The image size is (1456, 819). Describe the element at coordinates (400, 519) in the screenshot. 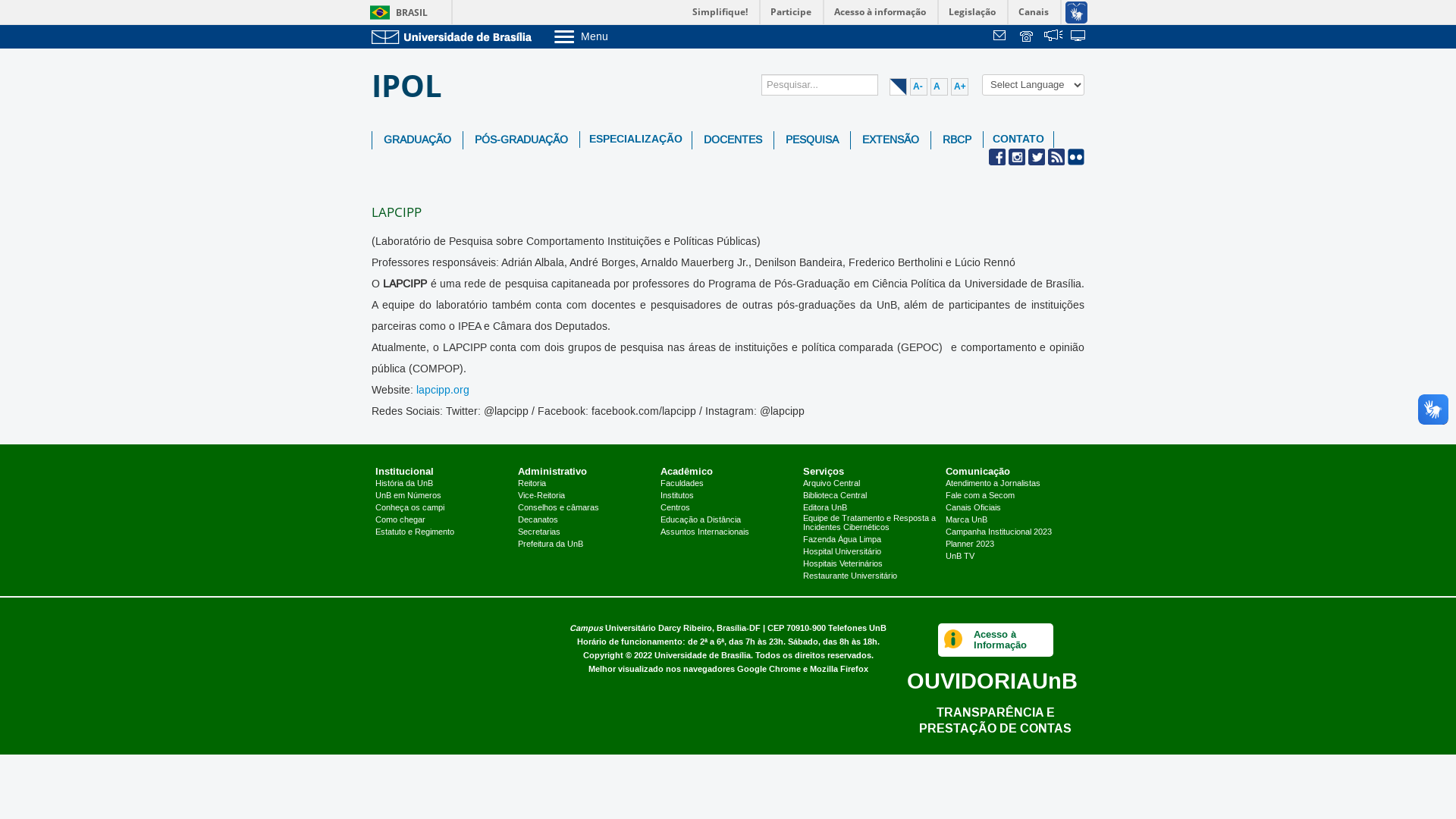

I see `'Como chegar'` at that location.